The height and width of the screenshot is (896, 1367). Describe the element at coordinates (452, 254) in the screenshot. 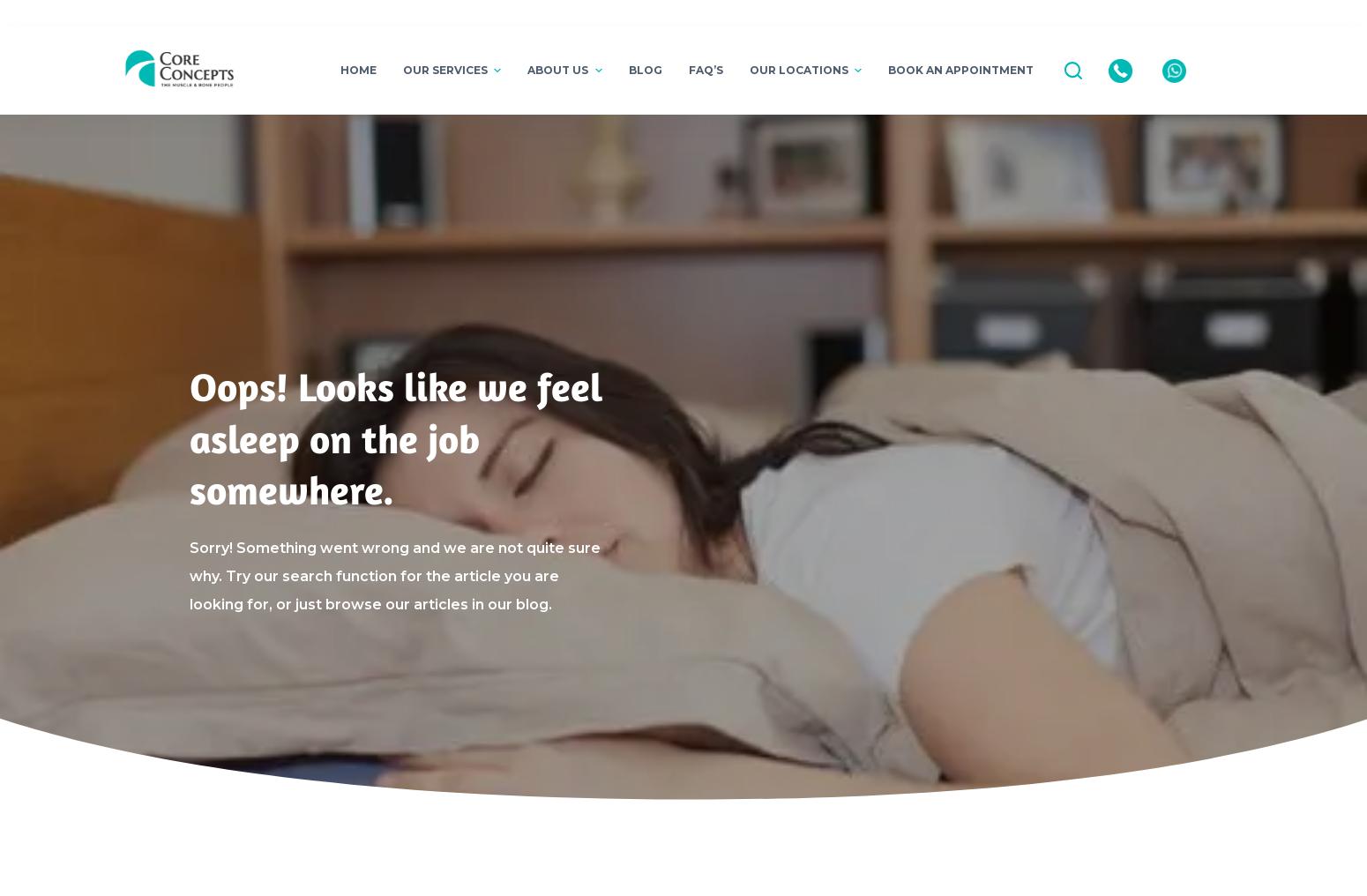

I see `'Elbow & Wrist Pain Physiotherapy'` at that location.